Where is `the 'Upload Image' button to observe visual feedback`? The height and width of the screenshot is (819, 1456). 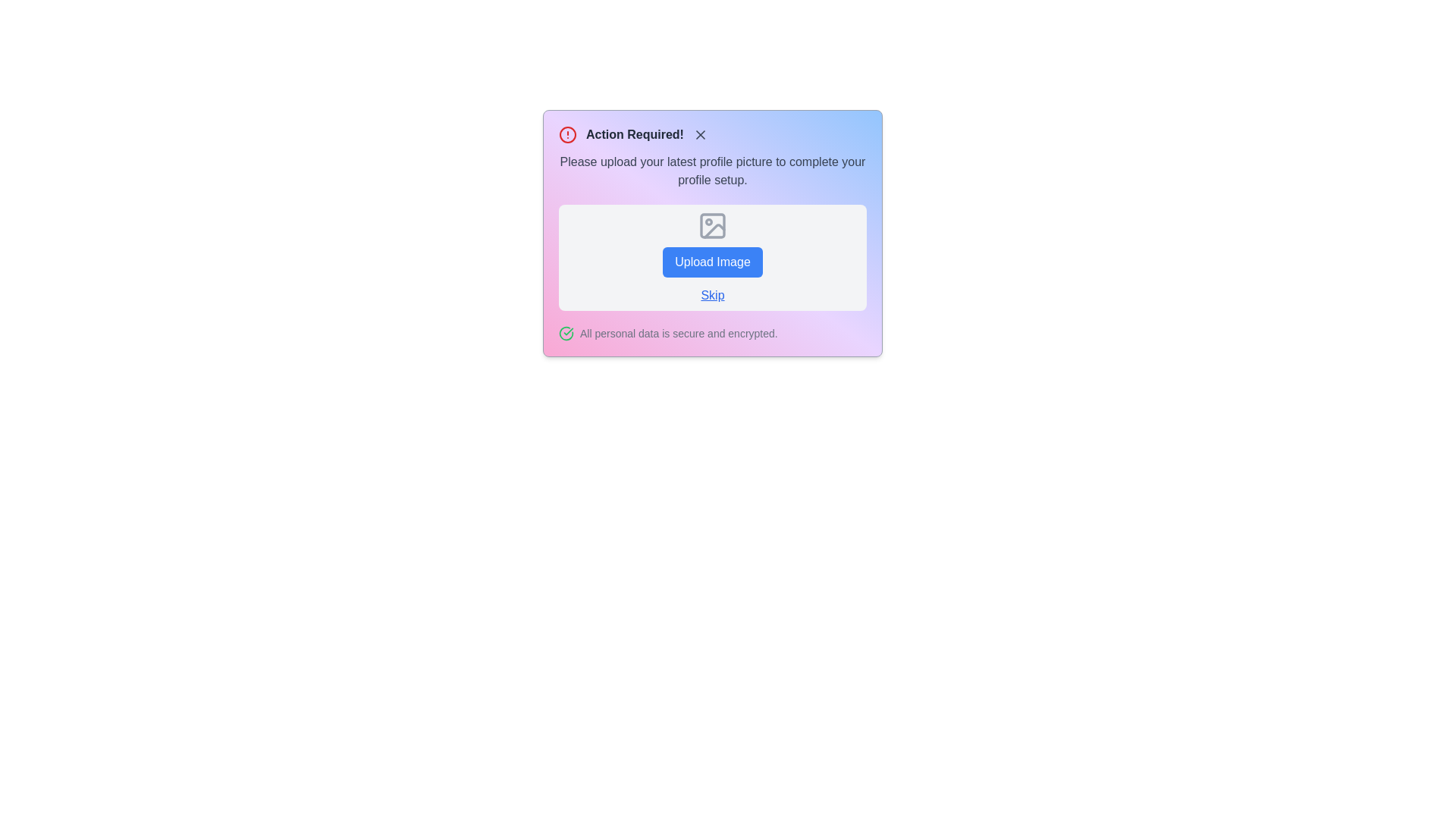 the 'Upload Image' button to observe visual feedback is located at coordinates (712, 262).